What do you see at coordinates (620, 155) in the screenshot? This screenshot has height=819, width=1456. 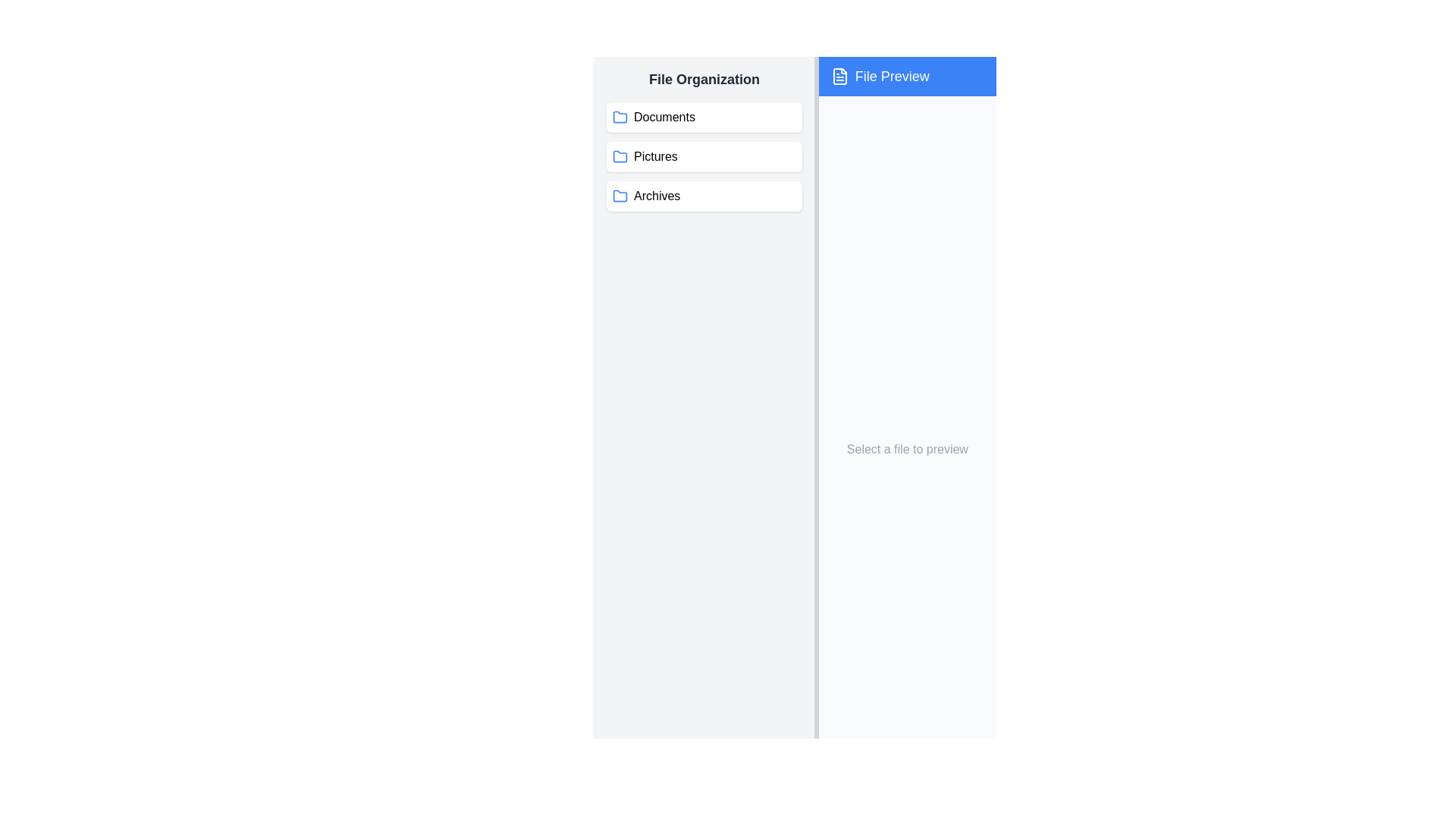 I see `the 'Pictures' folder icon in the 'File Organization' sidebar to possibly reveal additional information` at bounding box center [620, 155].